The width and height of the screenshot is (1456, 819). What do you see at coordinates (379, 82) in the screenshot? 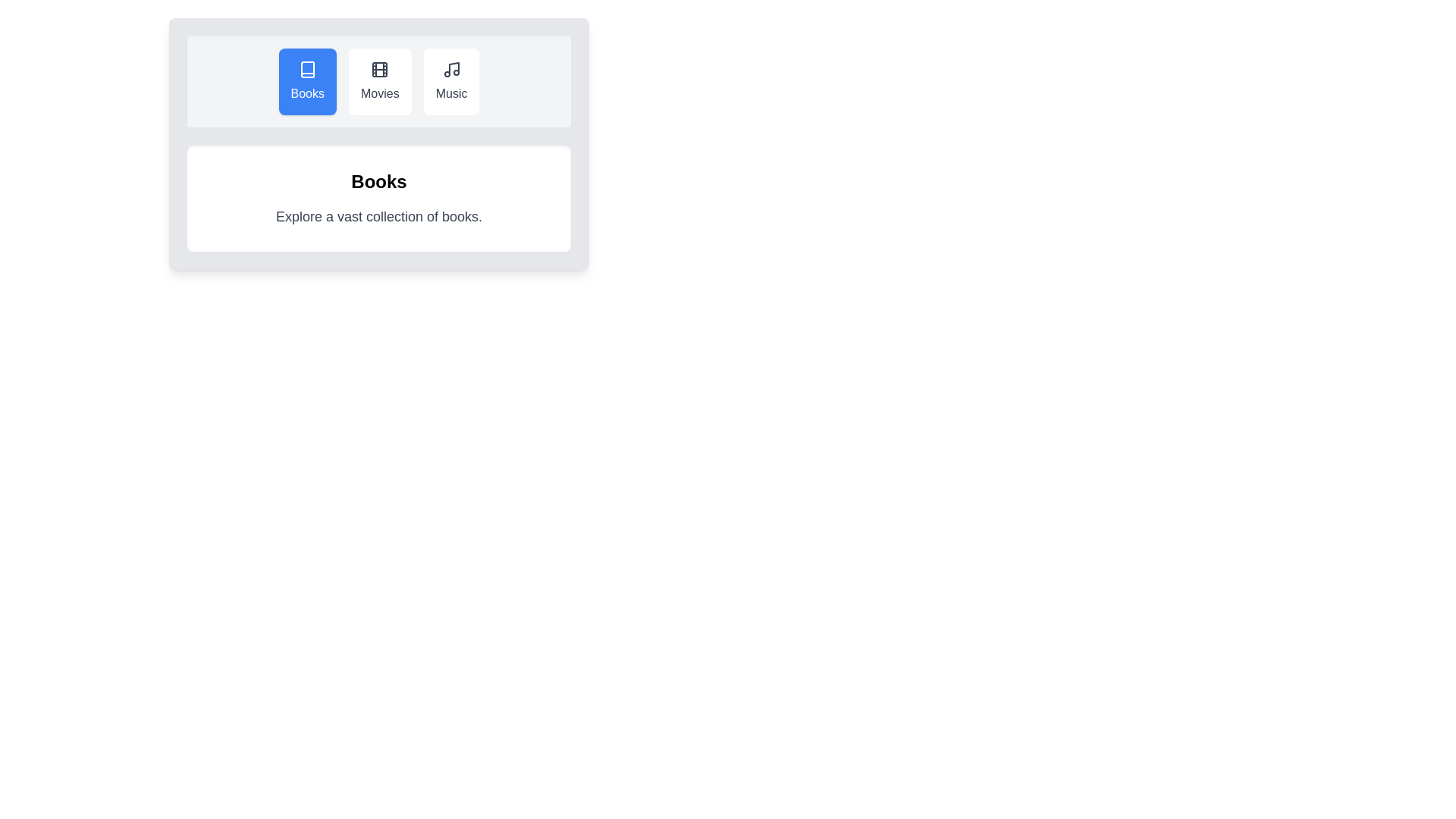
I see `the tab with title Movies to select it` at bounding box center [379, 82].